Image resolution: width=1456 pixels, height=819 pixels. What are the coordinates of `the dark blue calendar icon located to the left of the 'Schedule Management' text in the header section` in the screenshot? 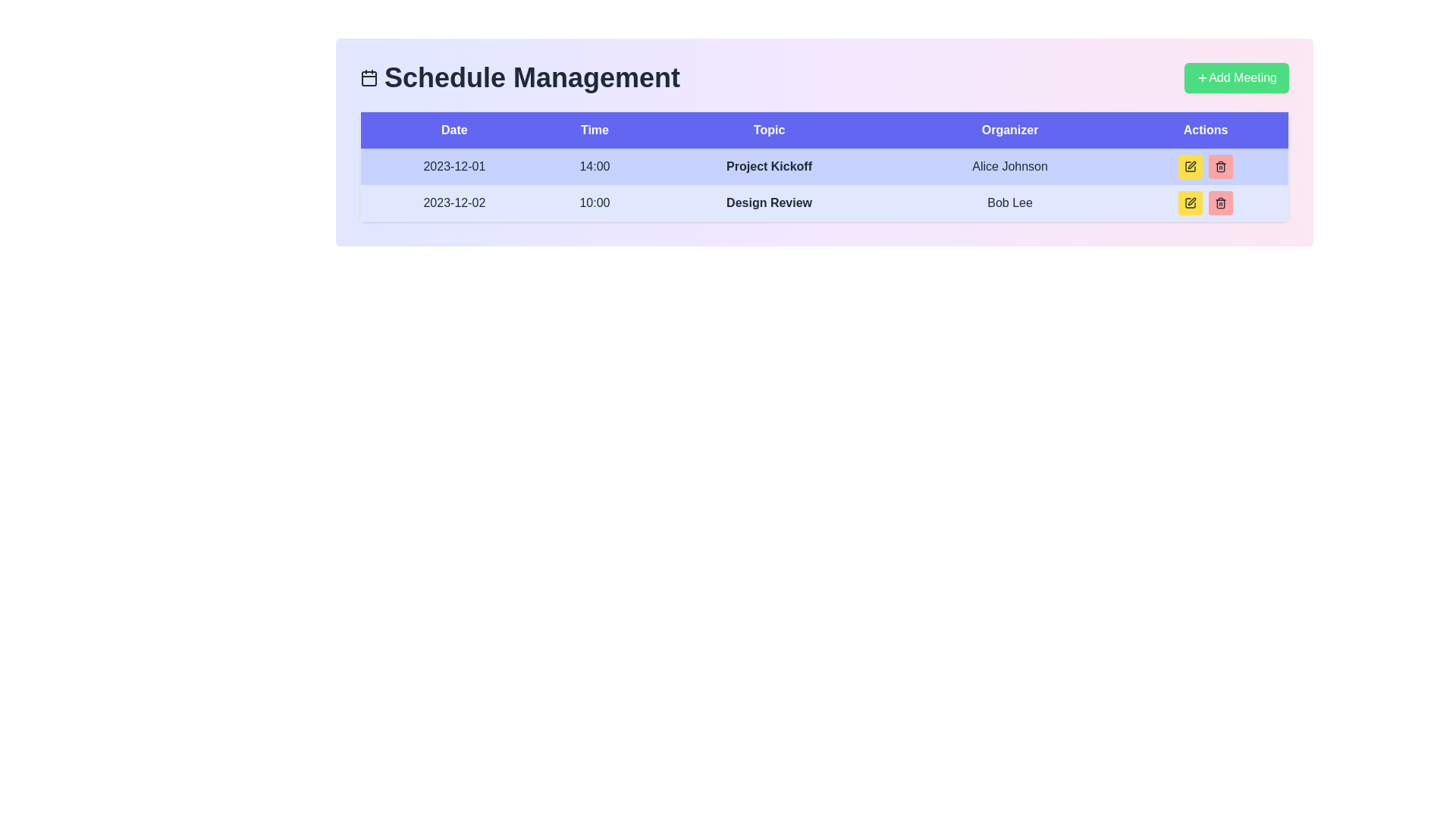 It's located at (369, 78).